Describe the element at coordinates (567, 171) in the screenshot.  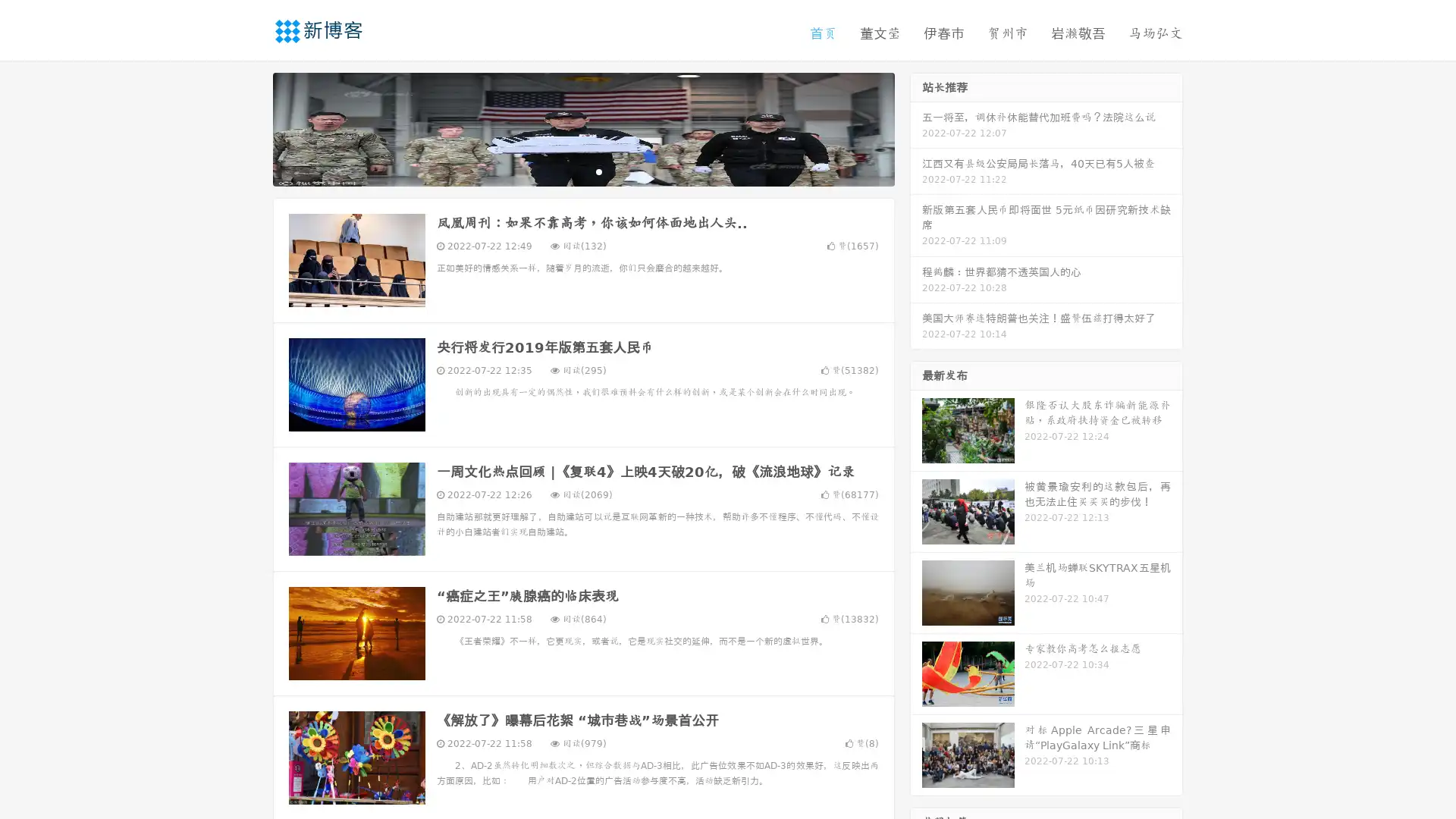
I see `Go to slide 1` at that location.